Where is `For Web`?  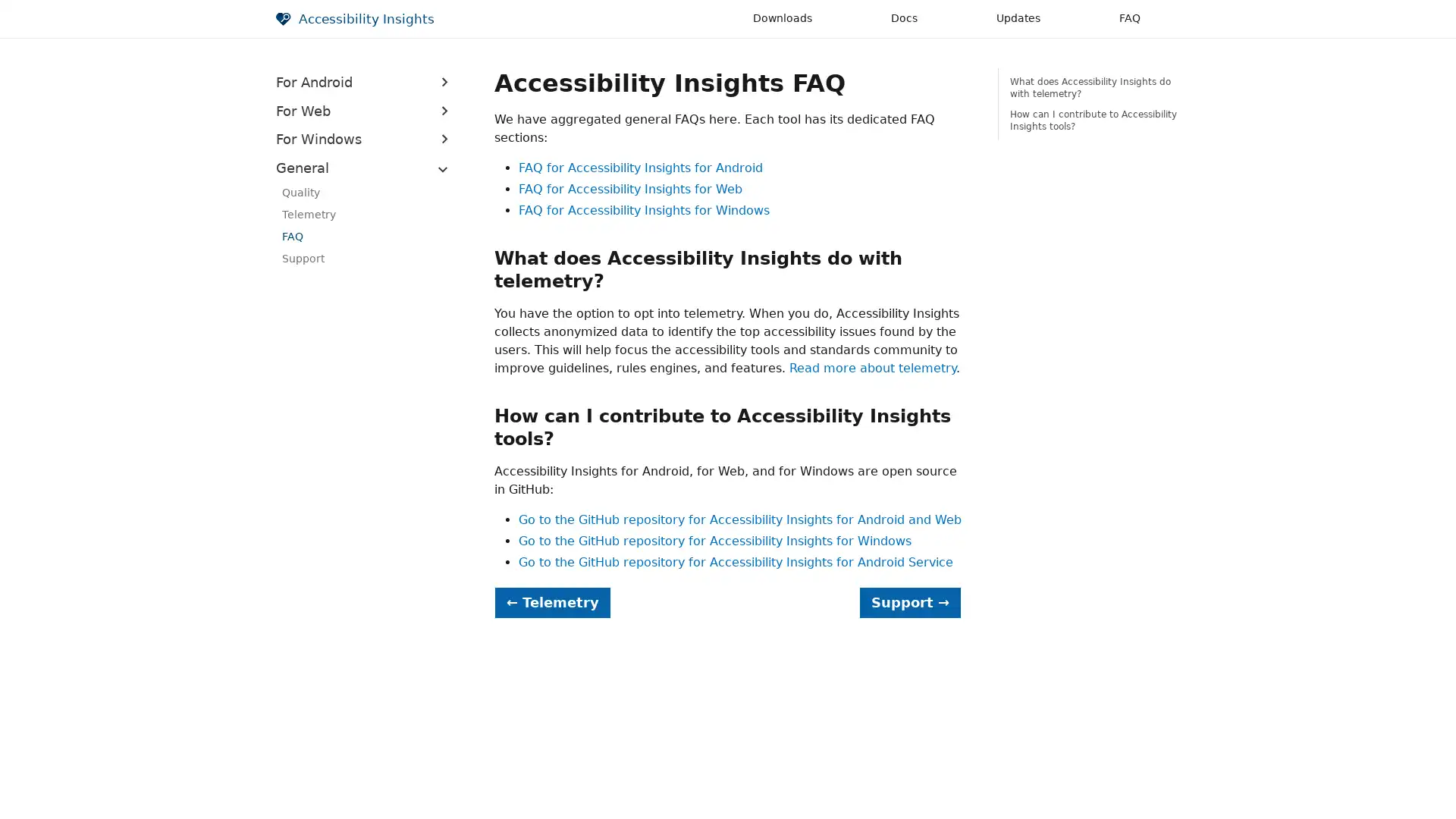
For Web is located at coordinates (367, 110).